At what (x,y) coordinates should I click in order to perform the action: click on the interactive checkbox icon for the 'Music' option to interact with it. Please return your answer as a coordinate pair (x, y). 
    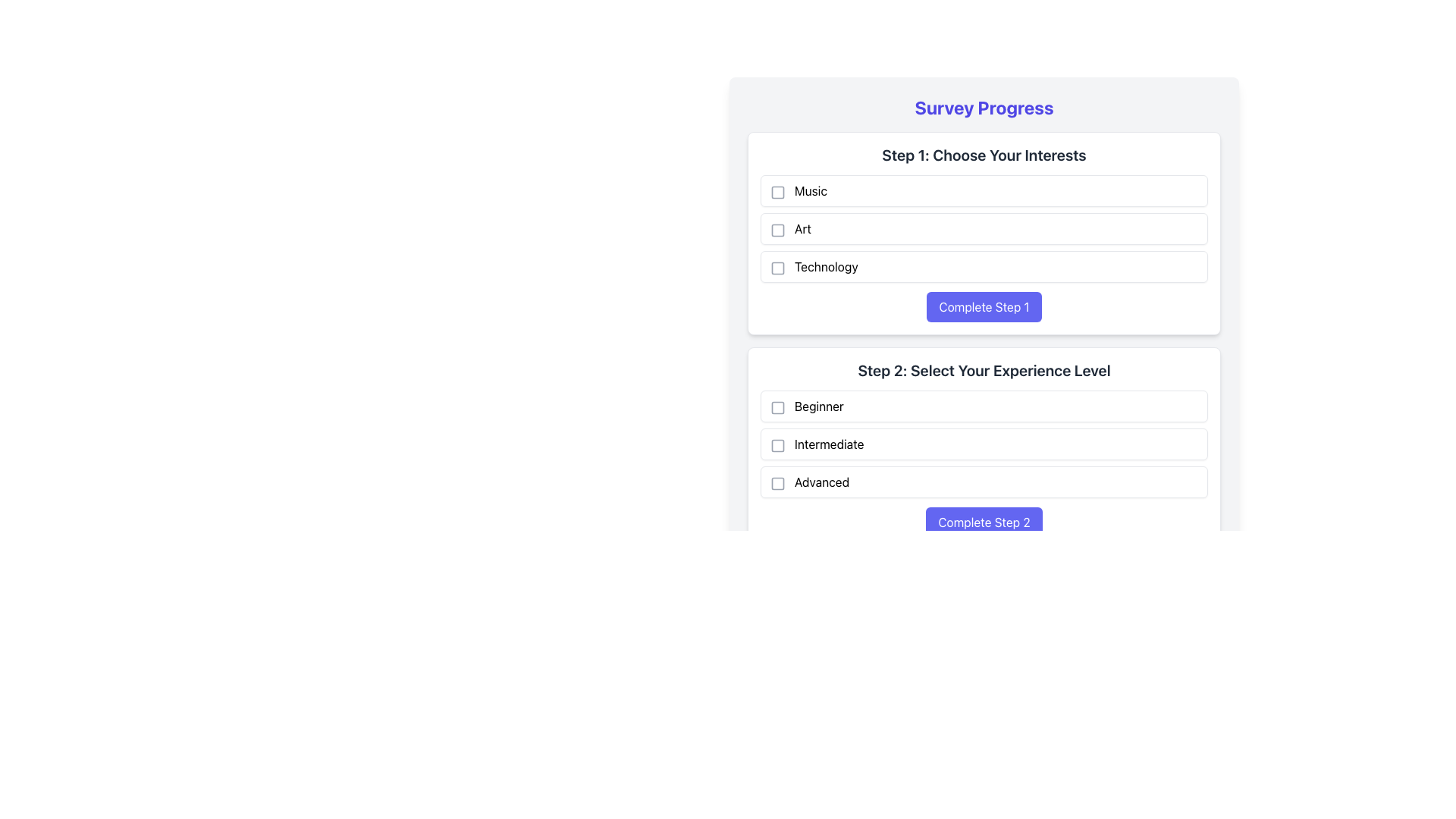
    Looking at the image, I should click on (778, 191).